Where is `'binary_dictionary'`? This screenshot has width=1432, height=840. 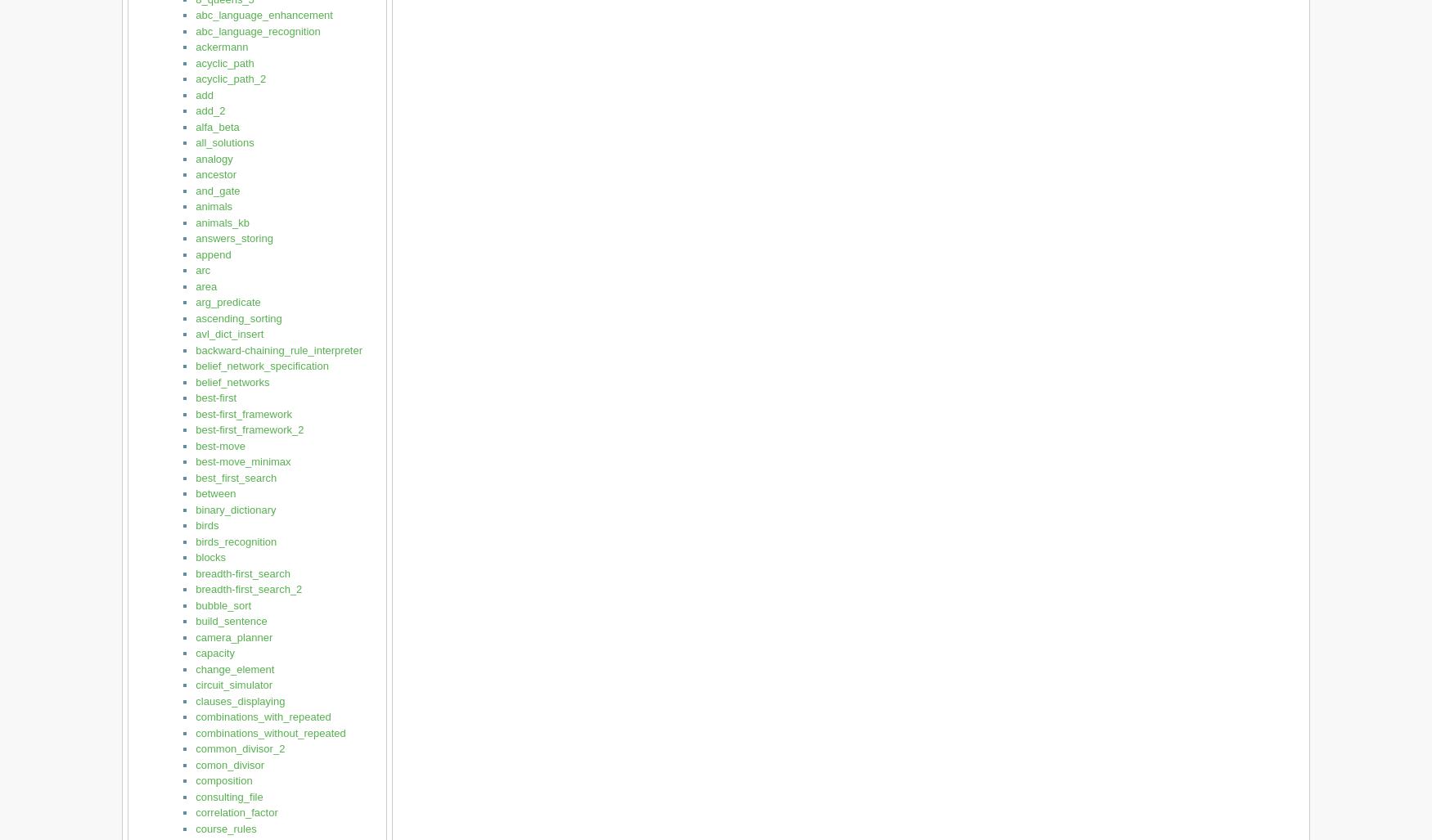
'binary_dictionary' is located at coordinates (196, 509).